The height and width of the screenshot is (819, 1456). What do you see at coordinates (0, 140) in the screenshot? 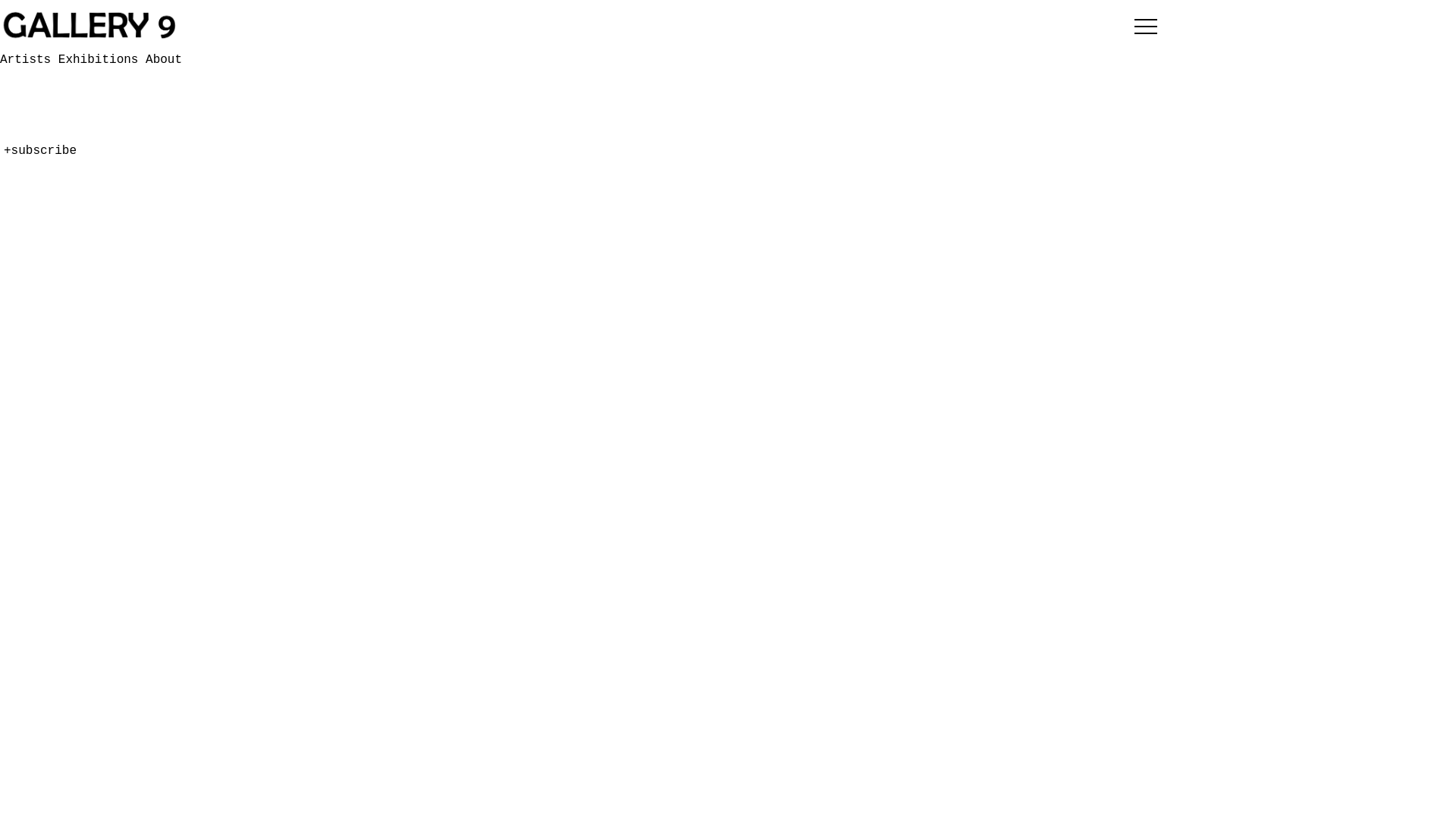
I see `'Artists'` at bounding box center [0, 140].